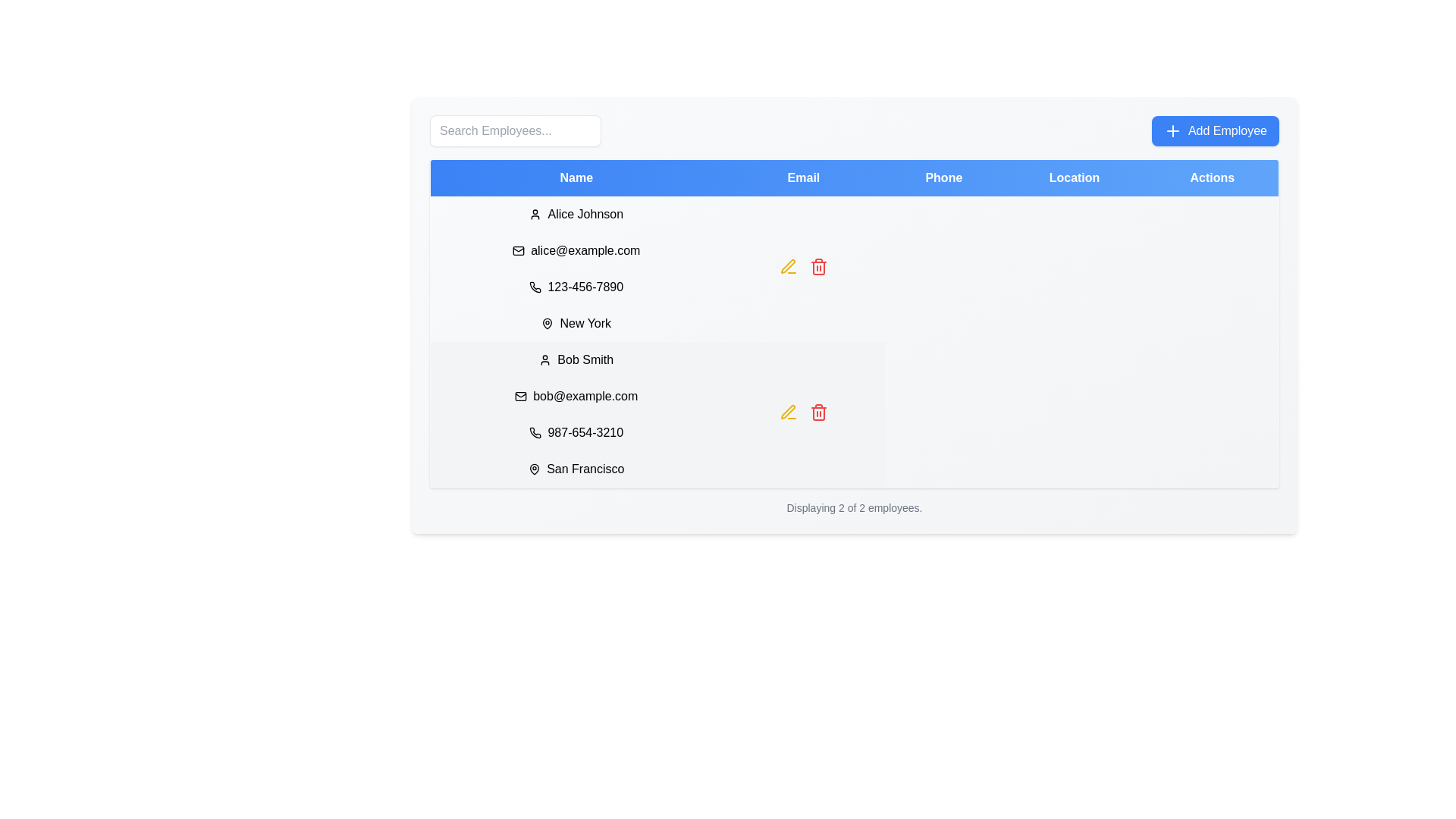 The width and height of the screenshot is (1456, 819). What do you see at coordinates (576, 323) in the screenshot?
I see `the 'New York' location information displayed in the fourth row under the 'Location' column of the table, associated with 'Alice Johnson'` at bounding box center [576, 323].